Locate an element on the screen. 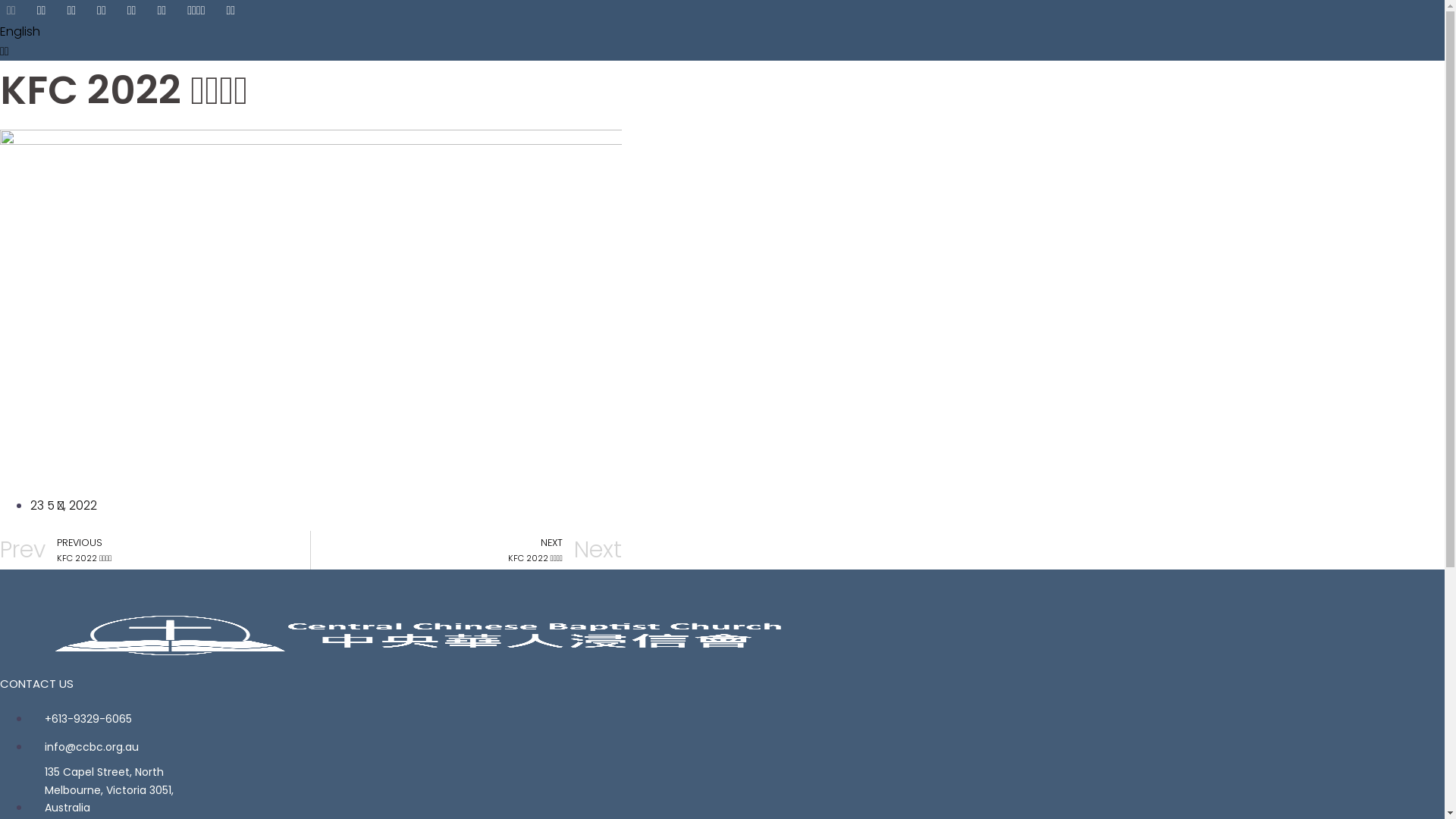  'English' is located at coordinates (20, 31).